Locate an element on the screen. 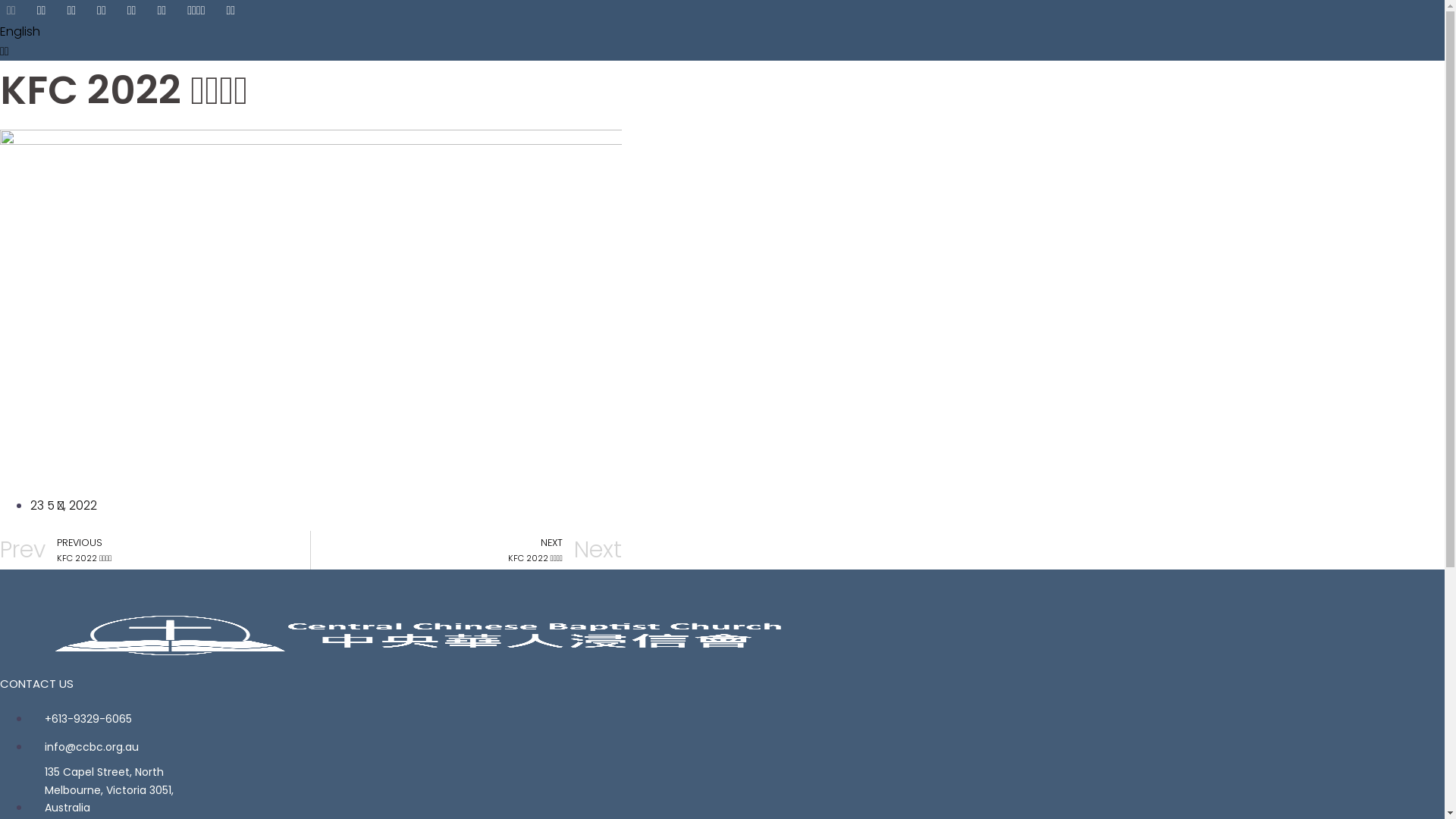  'English' is located at coordinates (20, 31).